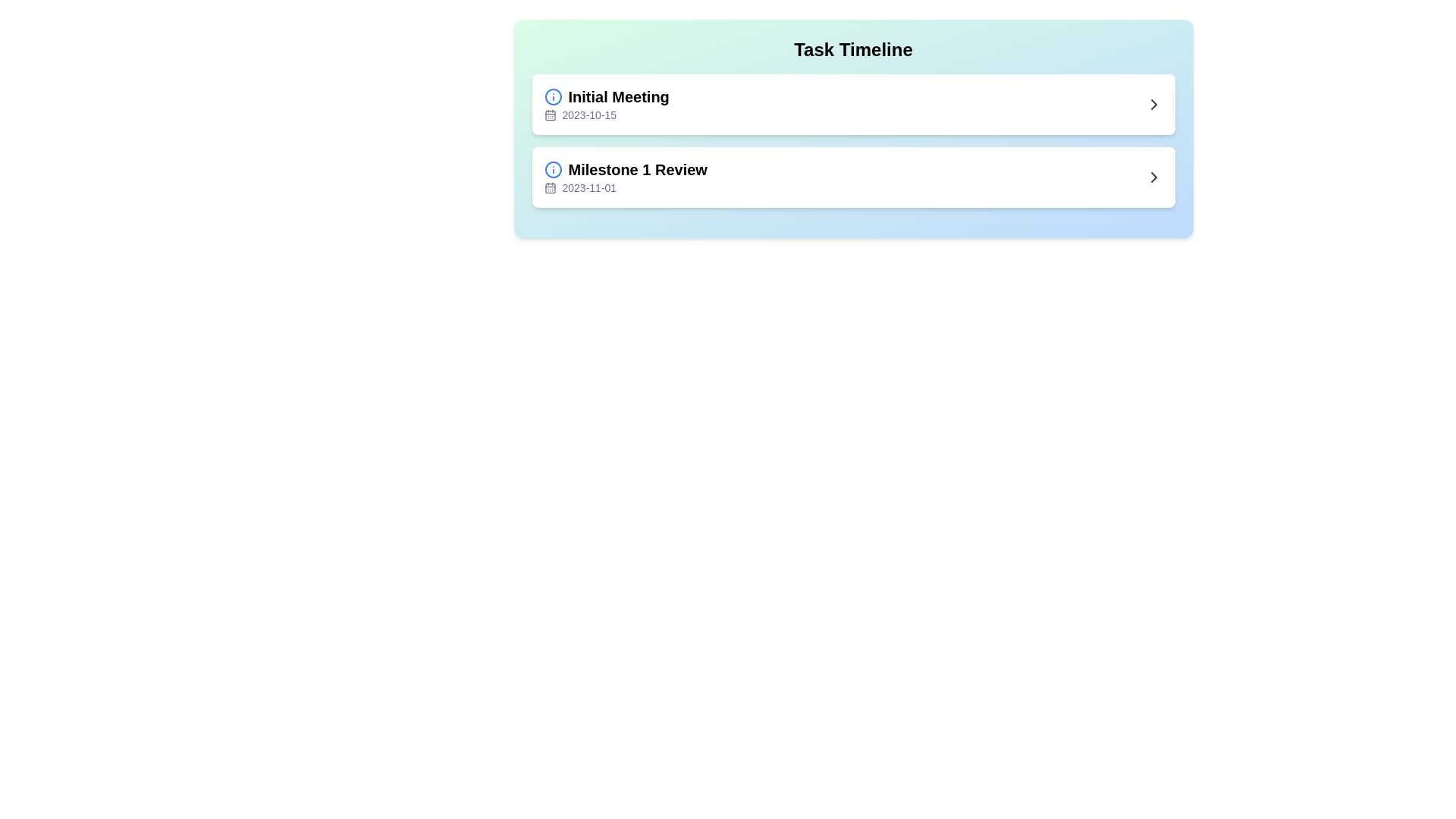 The width and height of the screenshot is (1456, 819). Describe the element at coordinates (1153, 177) in the screenshot. I see `the right-facing chevron icon styled in dark gray that changes to blue when hovered over, located in the rightmost position of the second row containing 'Milestone 1 Review'` at that location.